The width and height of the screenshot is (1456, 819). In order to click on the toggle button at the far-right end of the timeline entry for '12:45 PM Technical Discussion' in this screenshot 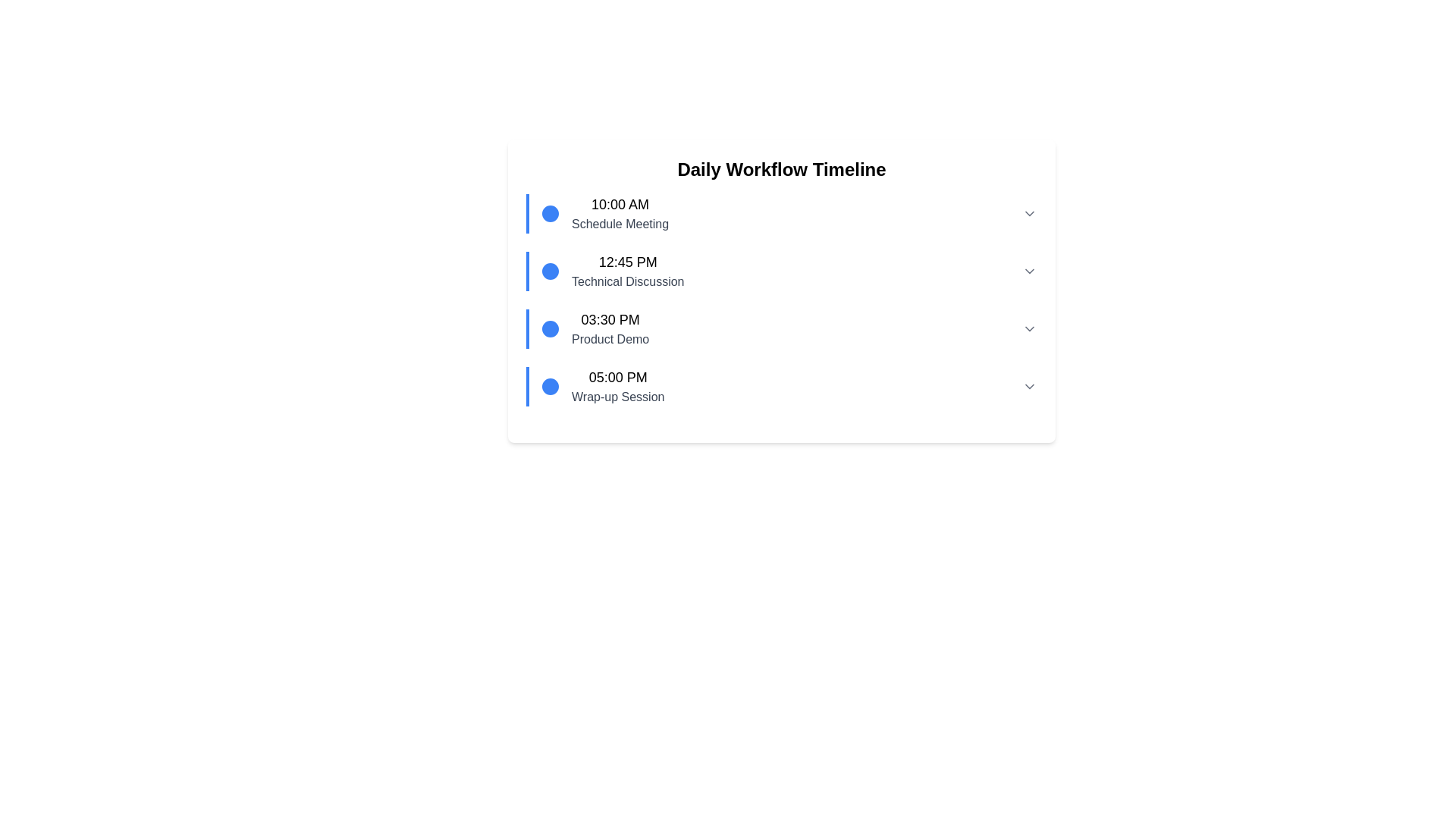, I will do `click(1030, 271)`.